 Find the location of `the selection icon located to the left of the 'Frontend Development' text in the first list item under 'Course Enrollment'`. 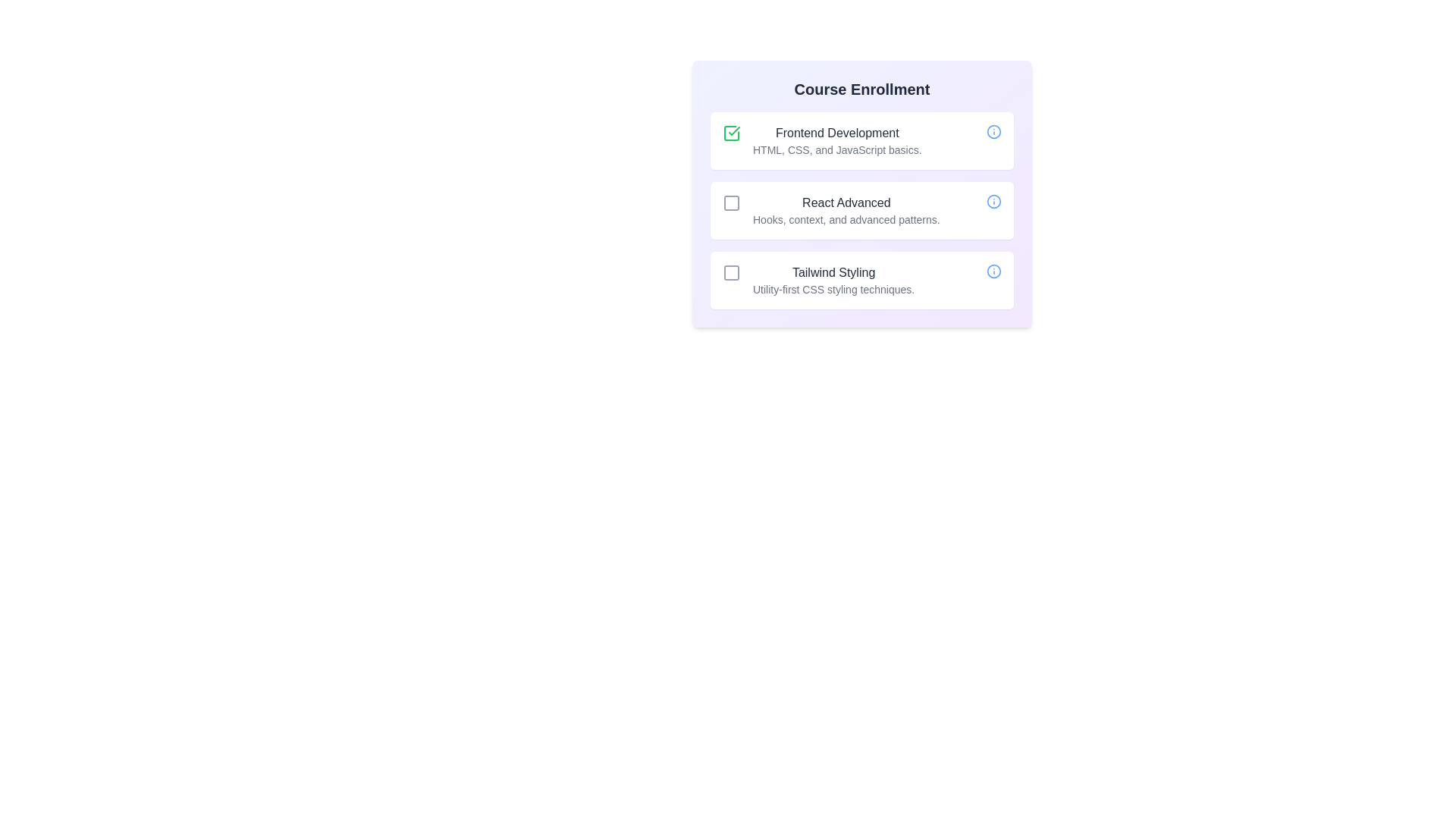

the selection icon located to the left of the 'Frontend Development' text in the first list item under 'Course Enrollment' is located at coordinates (734, 130).